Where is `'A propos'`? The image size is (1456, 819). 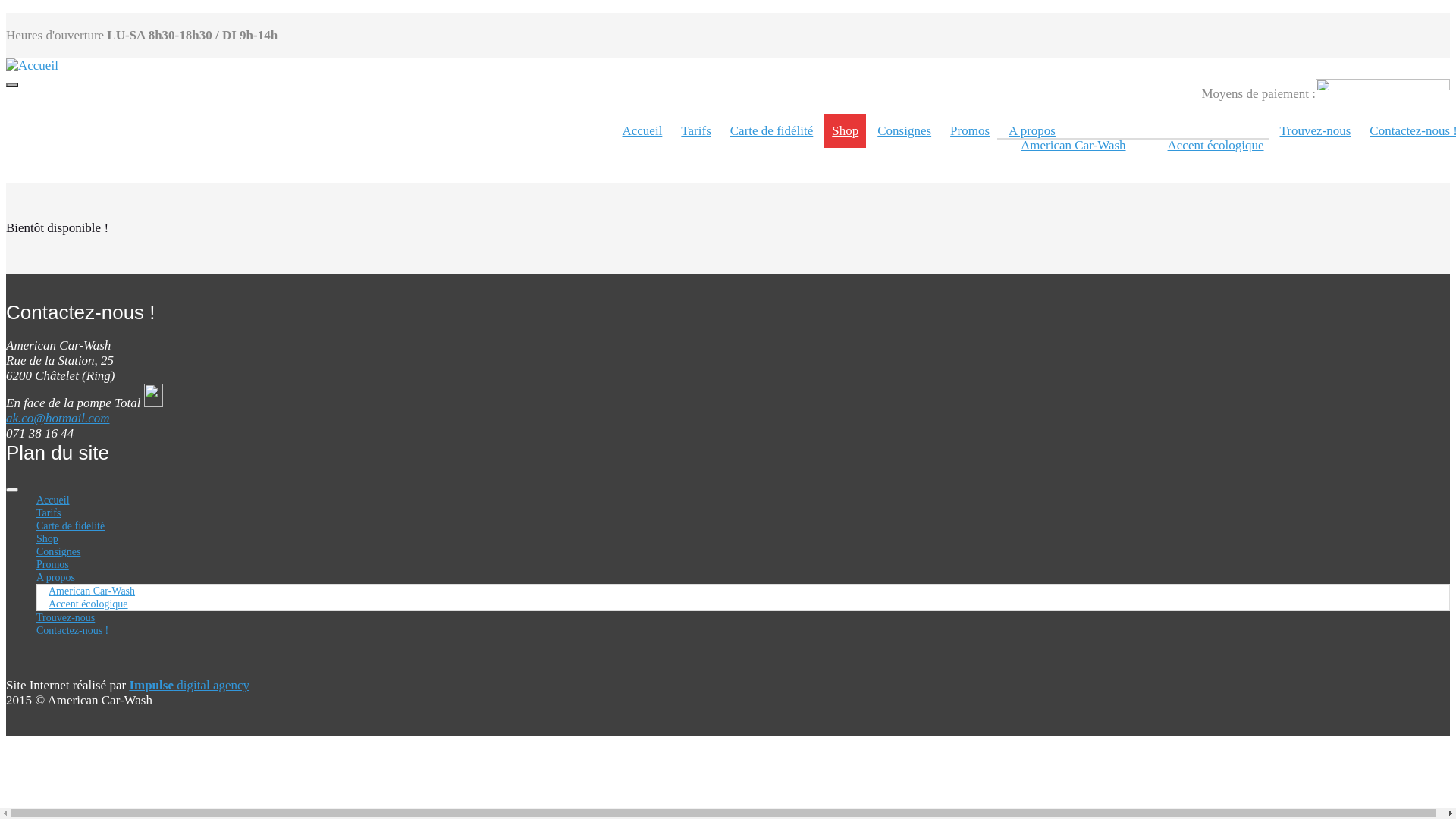 'A propos' is located at coordinates (55, 577).